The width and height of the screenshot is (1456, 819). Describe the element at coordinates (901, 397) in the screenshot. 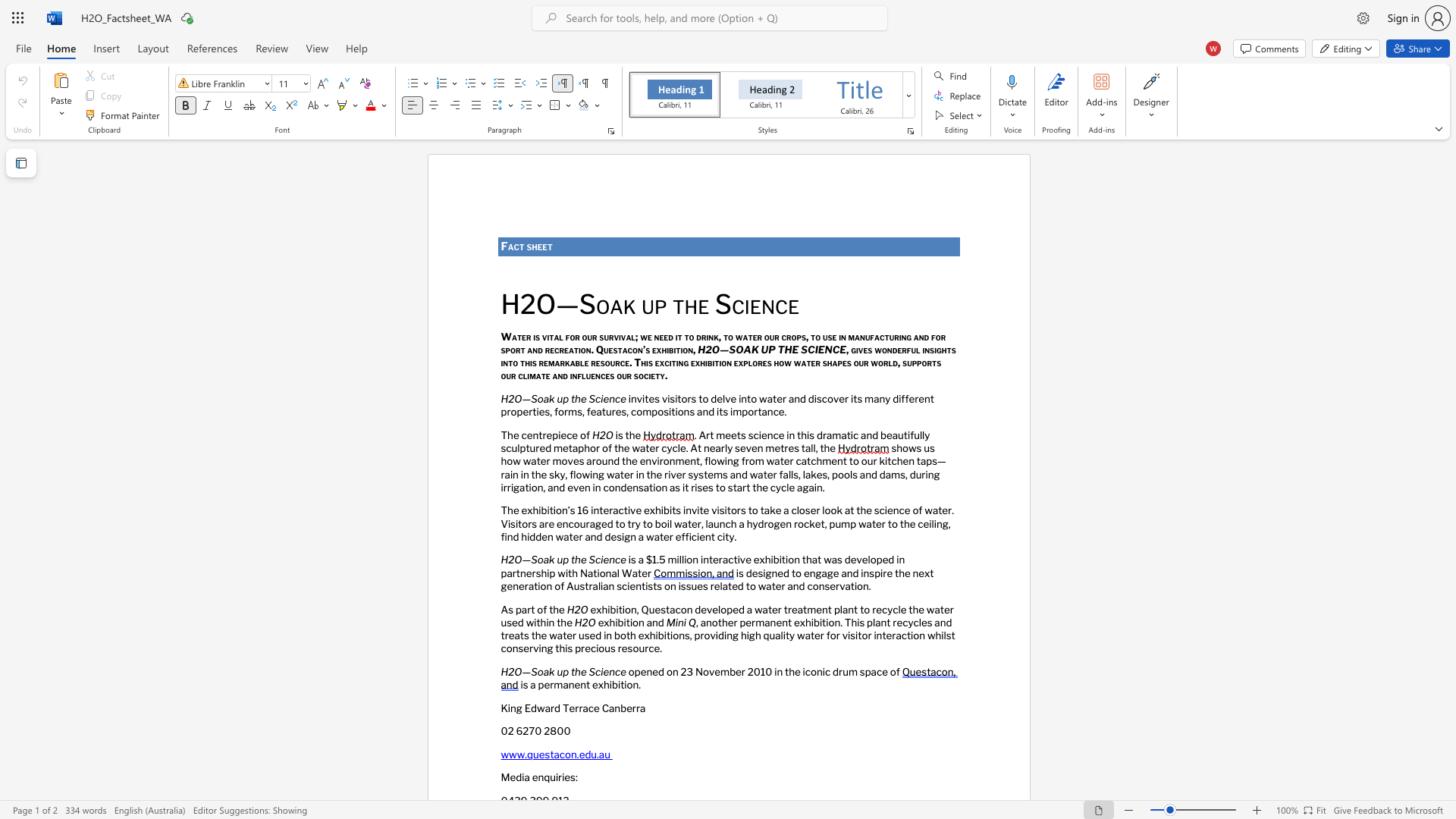

I see `the subset text "fferent properties, forms, features," within the text "invites visitors to delve into water and discover its many different properties, forms, features,"` at that location.